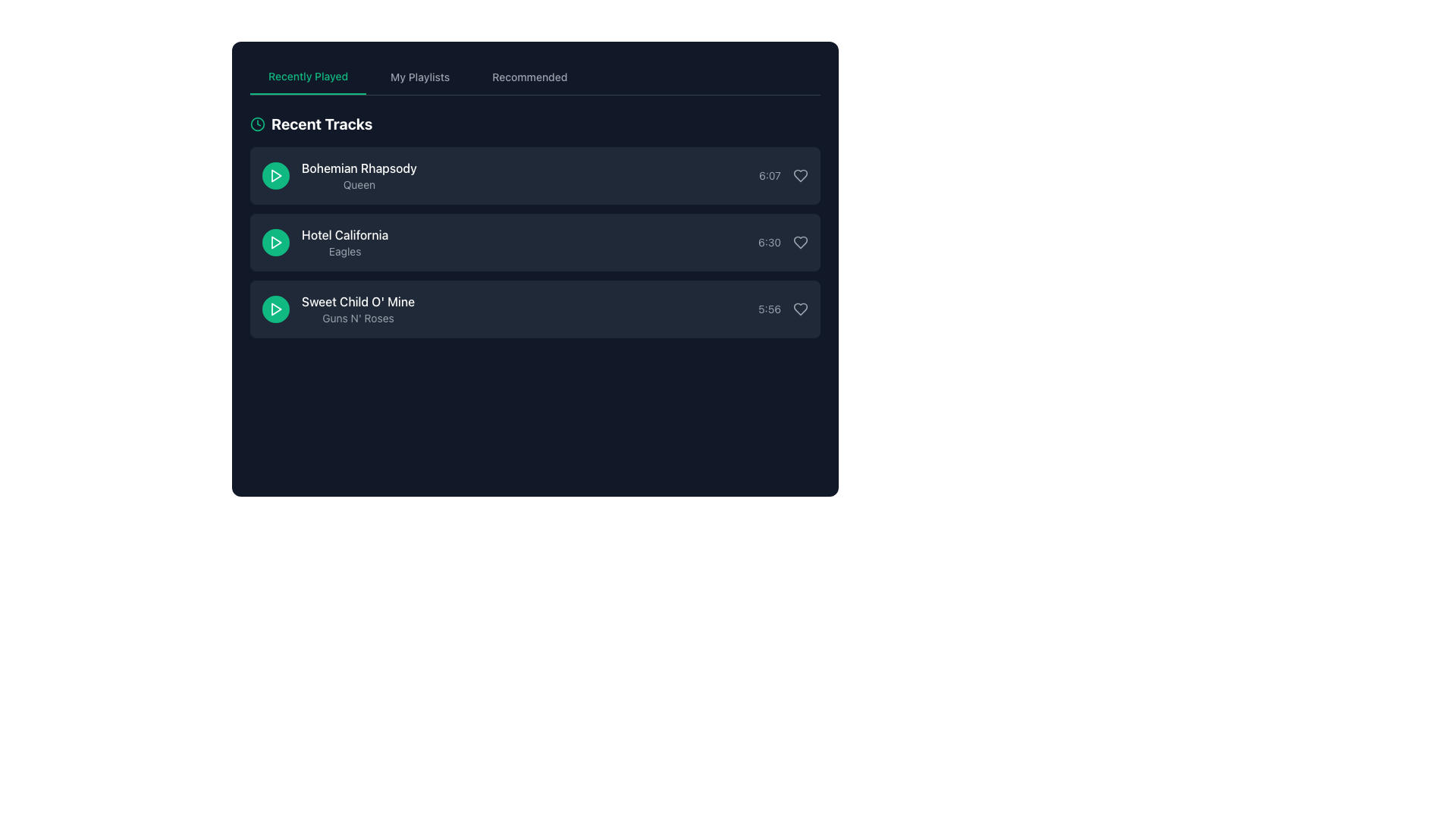 The image size is (1456, 819). Describe the element at coordinates (800, 242) in the screenshot. I see `the heart-shaped icon in the 'Recent Tracks' section` at that location.